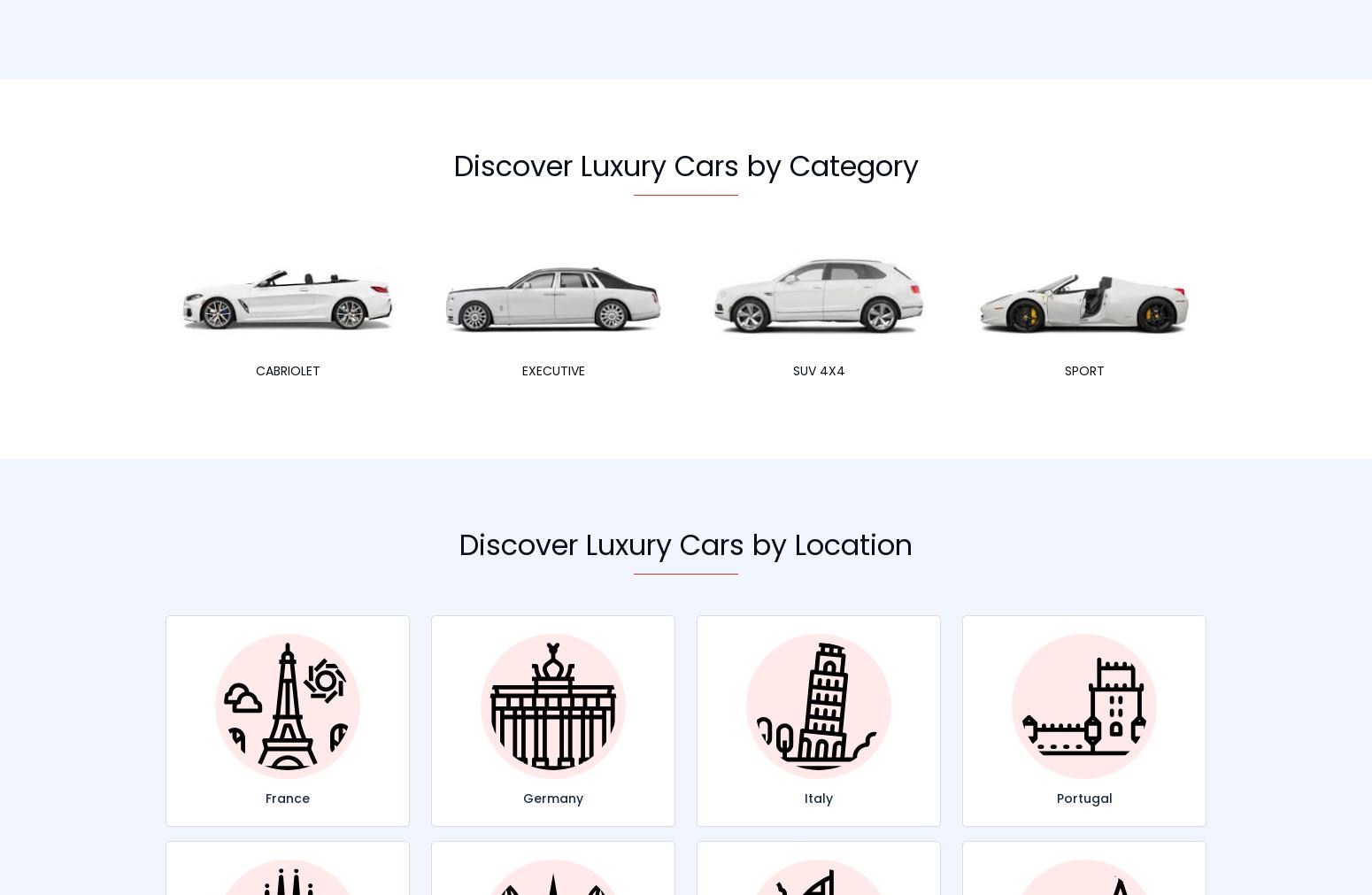 This screenshot has height=895, width=1372. What do you see at coordinates (286, 369) in the screenshot?
I see `'Cabriolet'` at bounding box center [286, 369].